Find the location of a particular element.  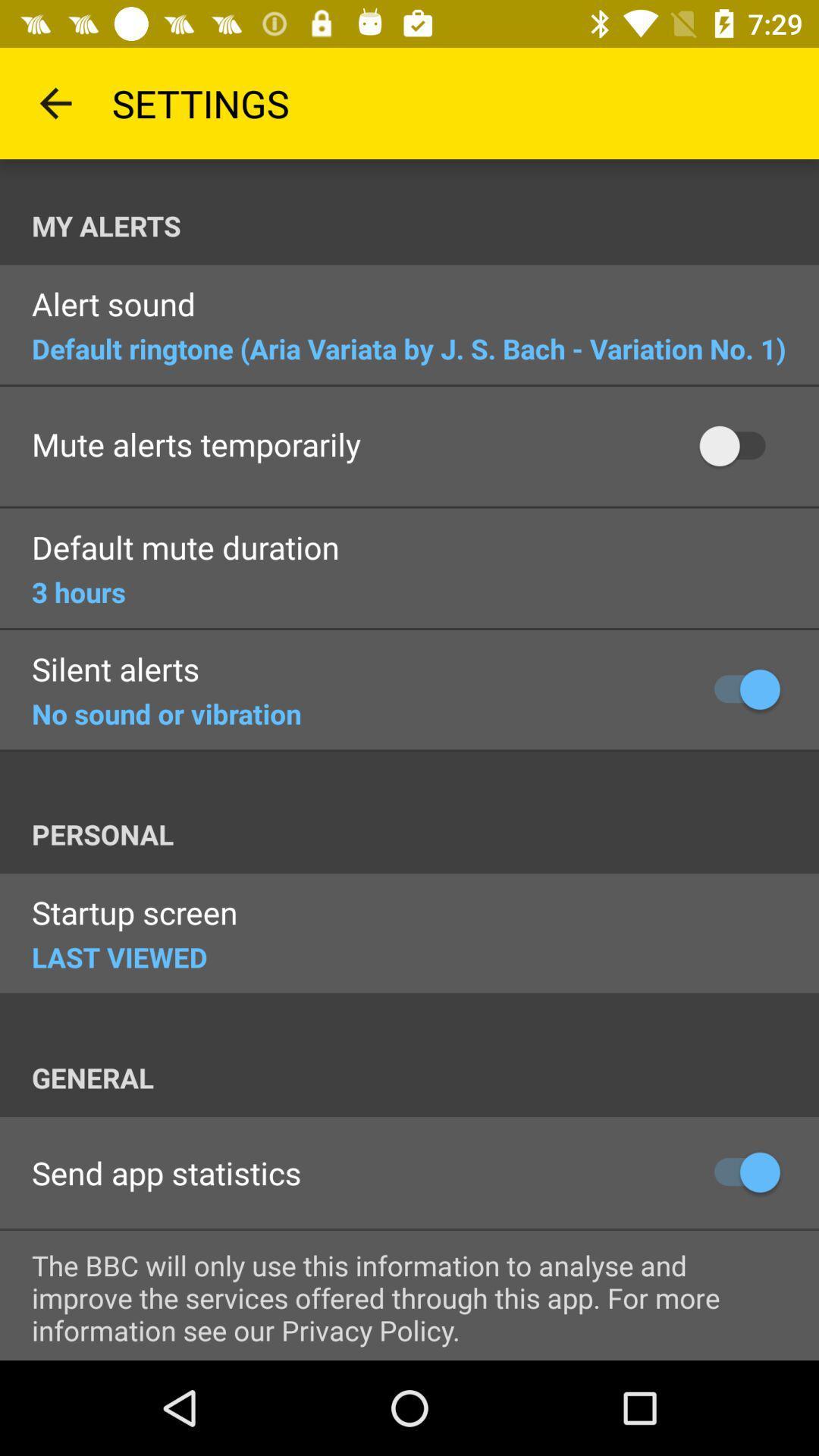

the item below the silent alerts item is located at coordinates (166, 713).